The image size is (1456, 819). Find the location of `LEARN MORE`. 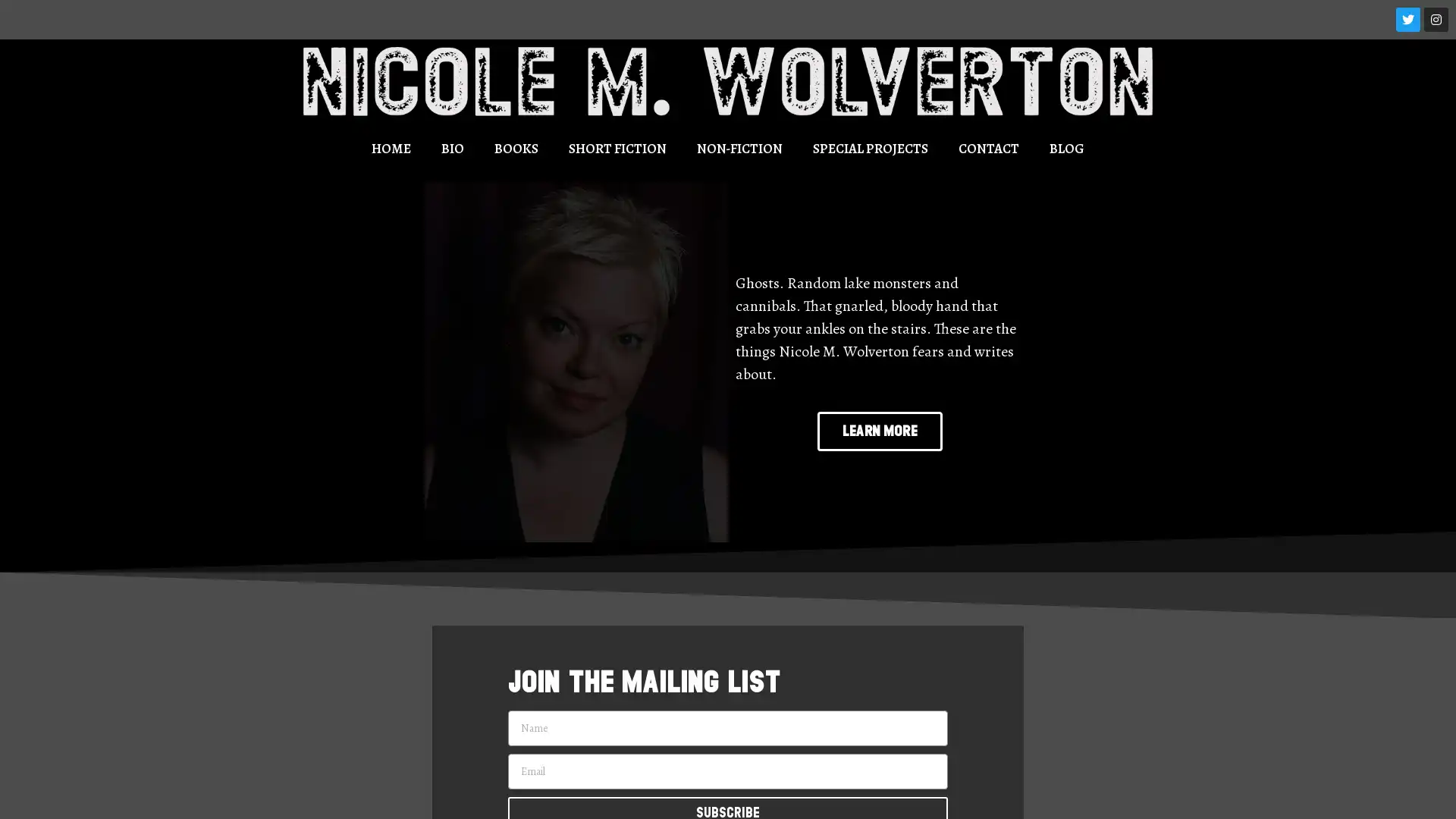

LEARN MORE is located at coordinates (879, 431).